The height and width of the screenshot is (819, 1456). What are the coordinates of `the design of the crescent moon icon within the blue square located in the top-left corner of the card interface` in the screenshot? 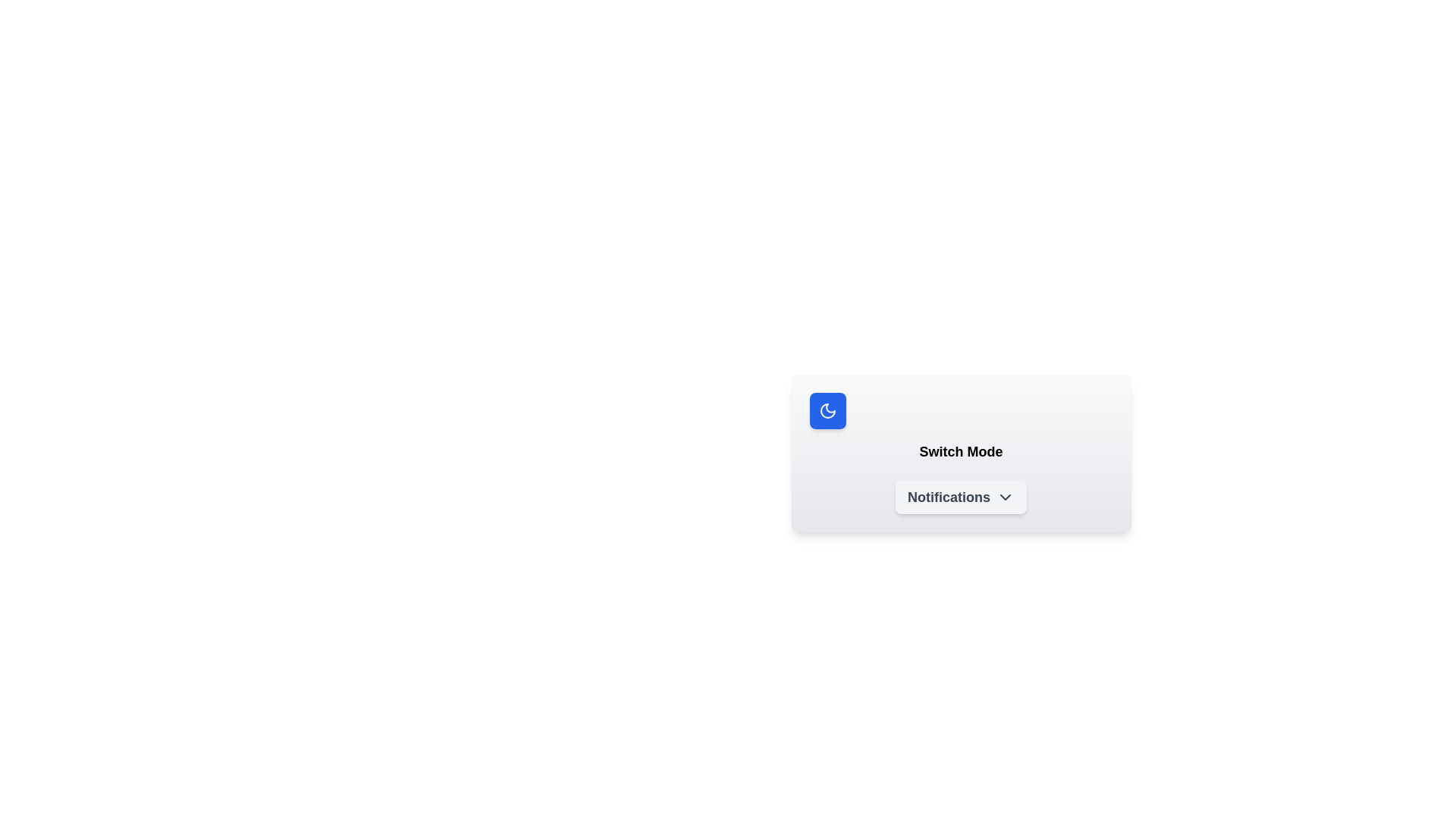 It's located at (827, 411).